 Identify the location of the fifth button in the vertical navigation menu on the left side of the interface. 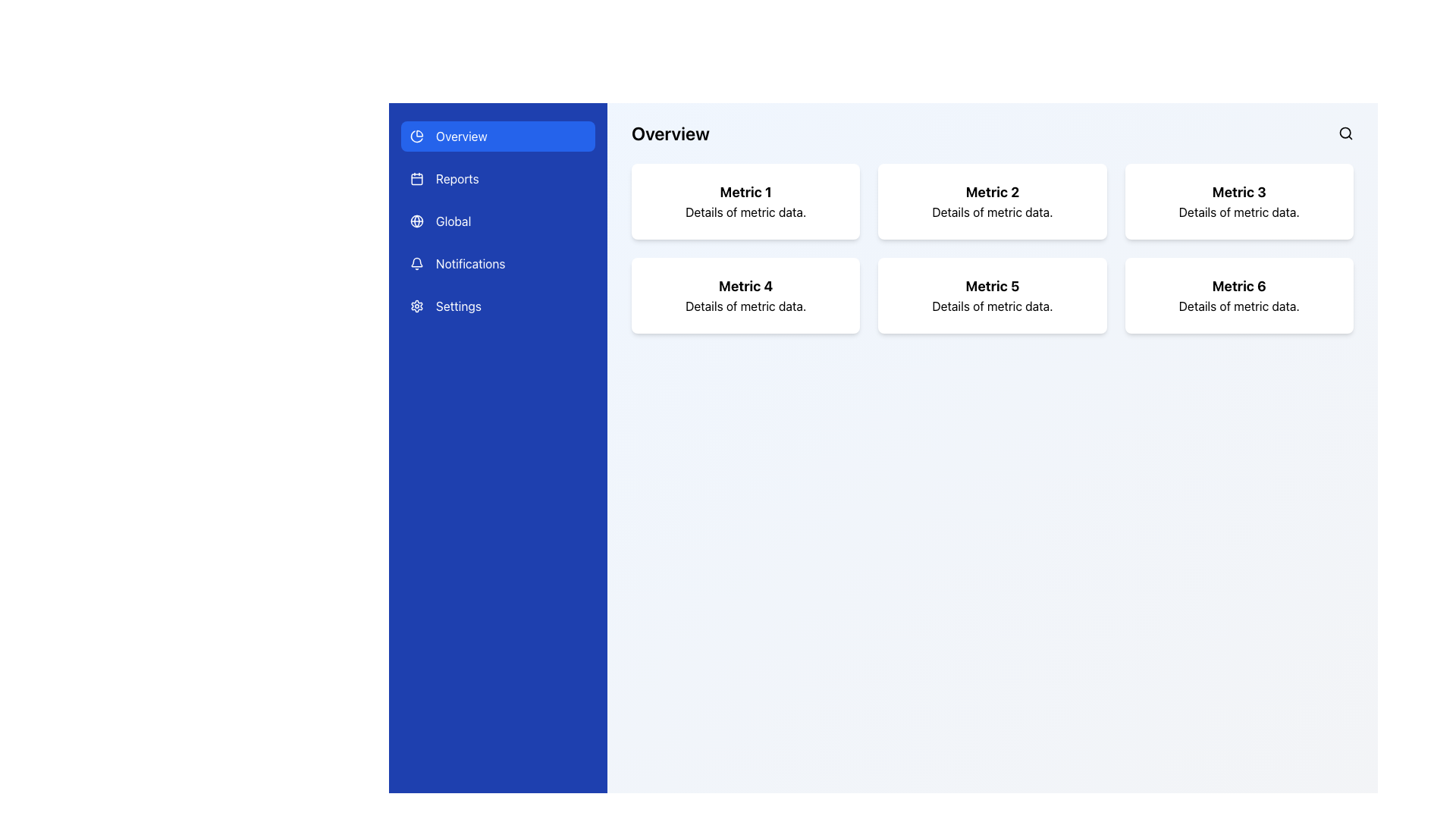
(498, 306).